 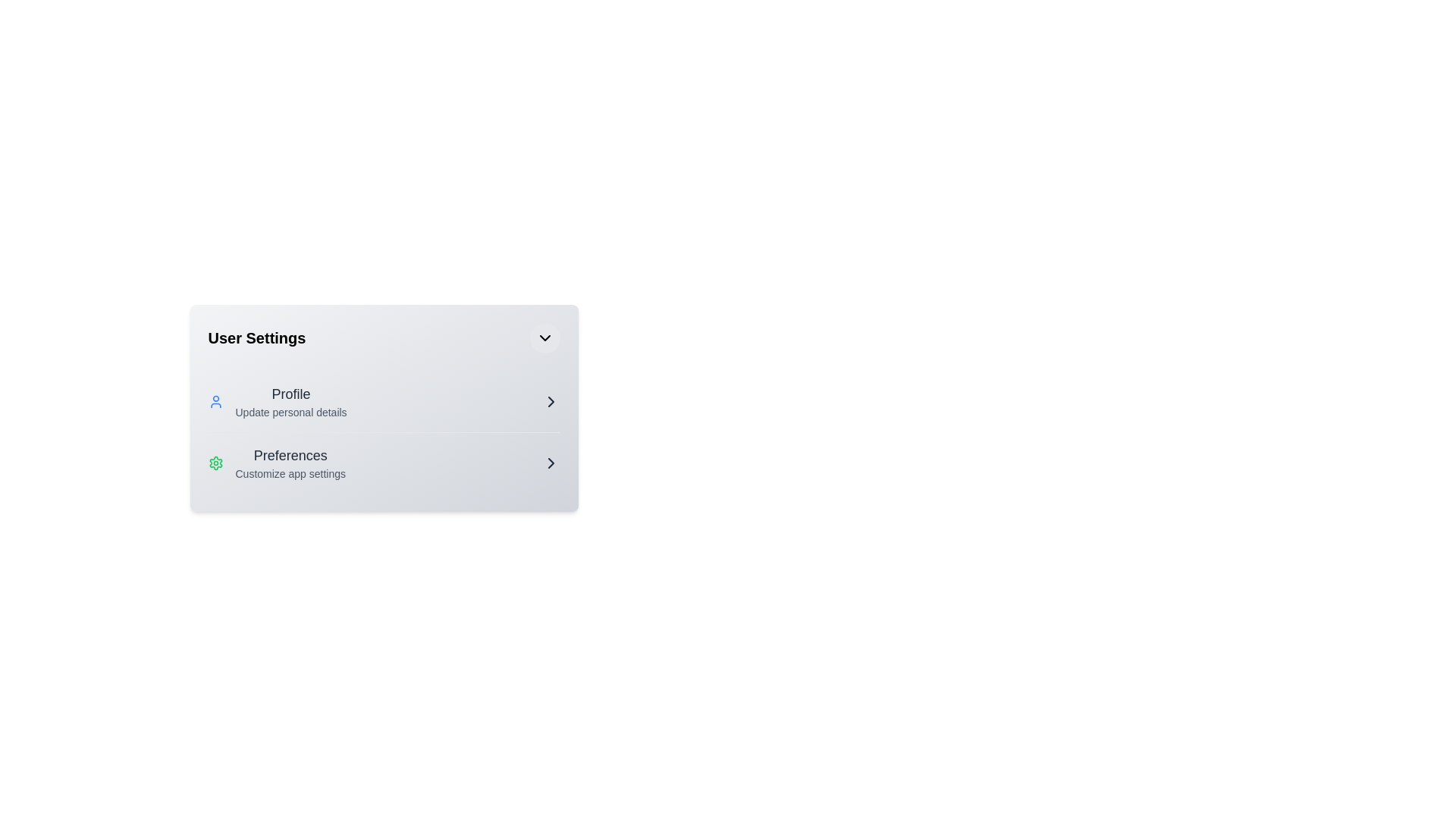 What do you see at coordinates (291, 412) in the screenshot?
I see `the static text label providing context for the 'Profile' option, located directly below the 'Profile' text in the settings list` at bounding box center [291, 412].